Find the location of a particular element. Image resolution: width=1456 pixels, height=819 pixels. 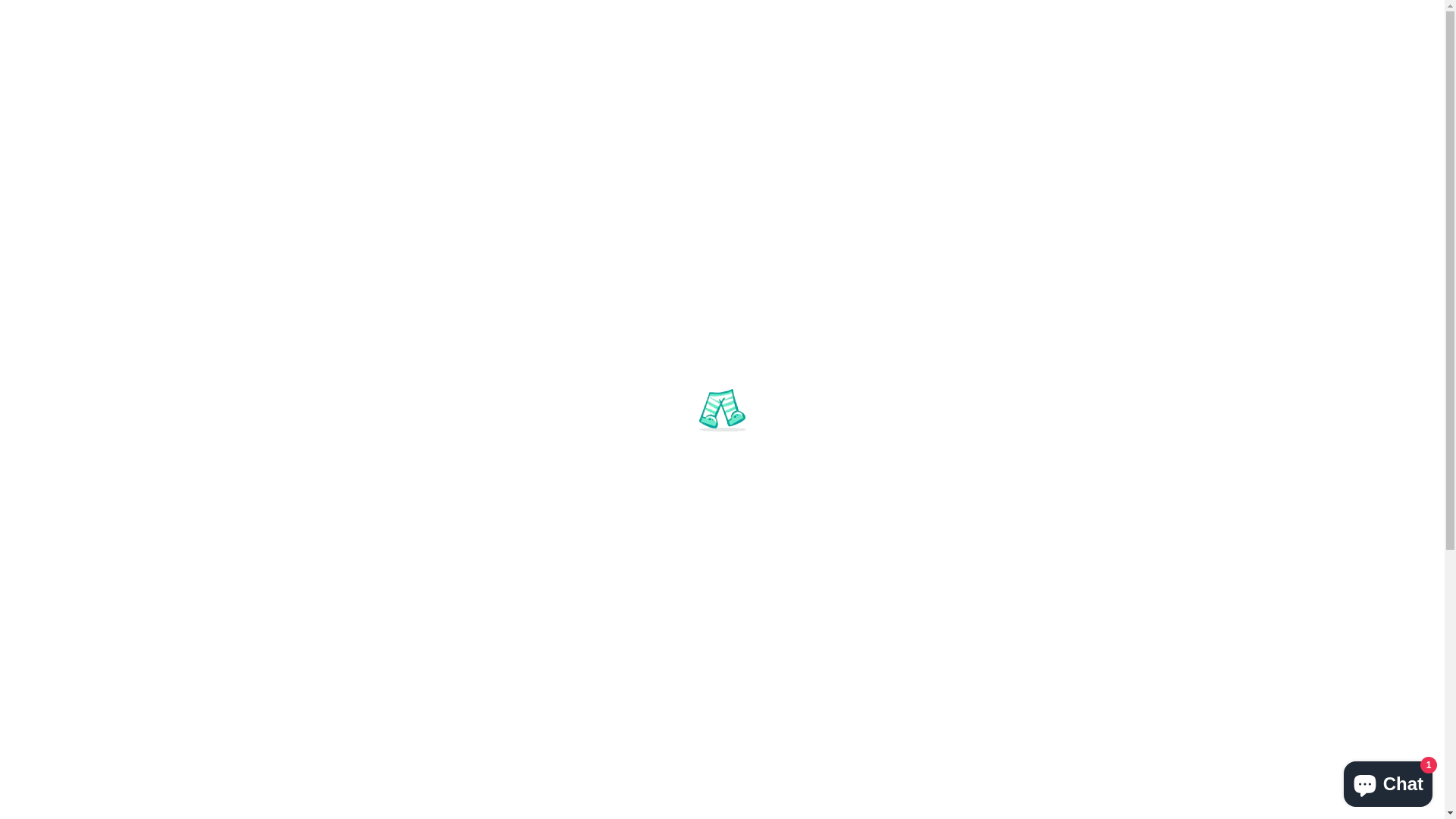

'CHECKOUT' is located at coordinates (1364, 15).